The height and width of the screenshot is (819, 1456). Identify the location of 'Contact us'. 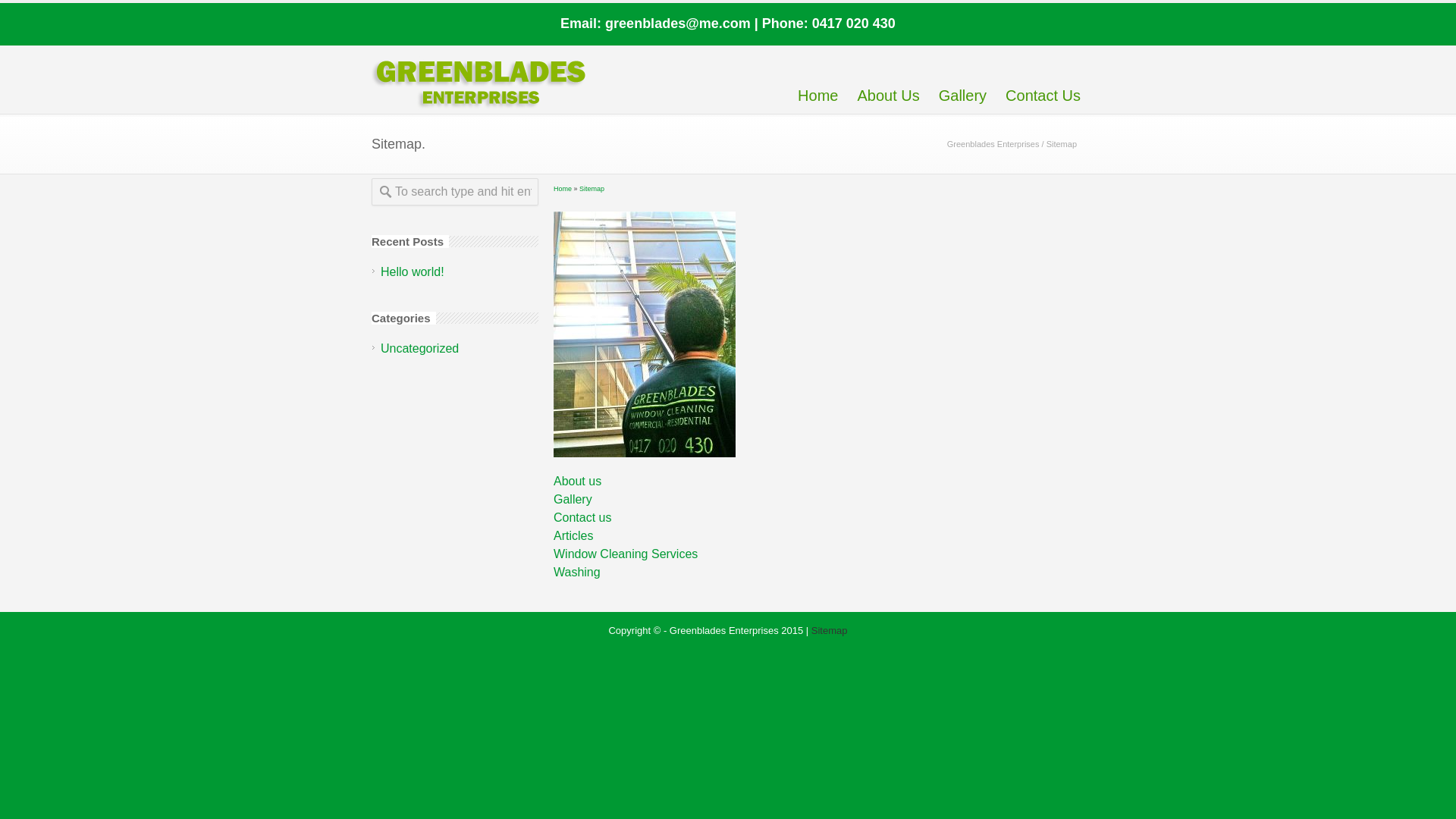
(552, 516).